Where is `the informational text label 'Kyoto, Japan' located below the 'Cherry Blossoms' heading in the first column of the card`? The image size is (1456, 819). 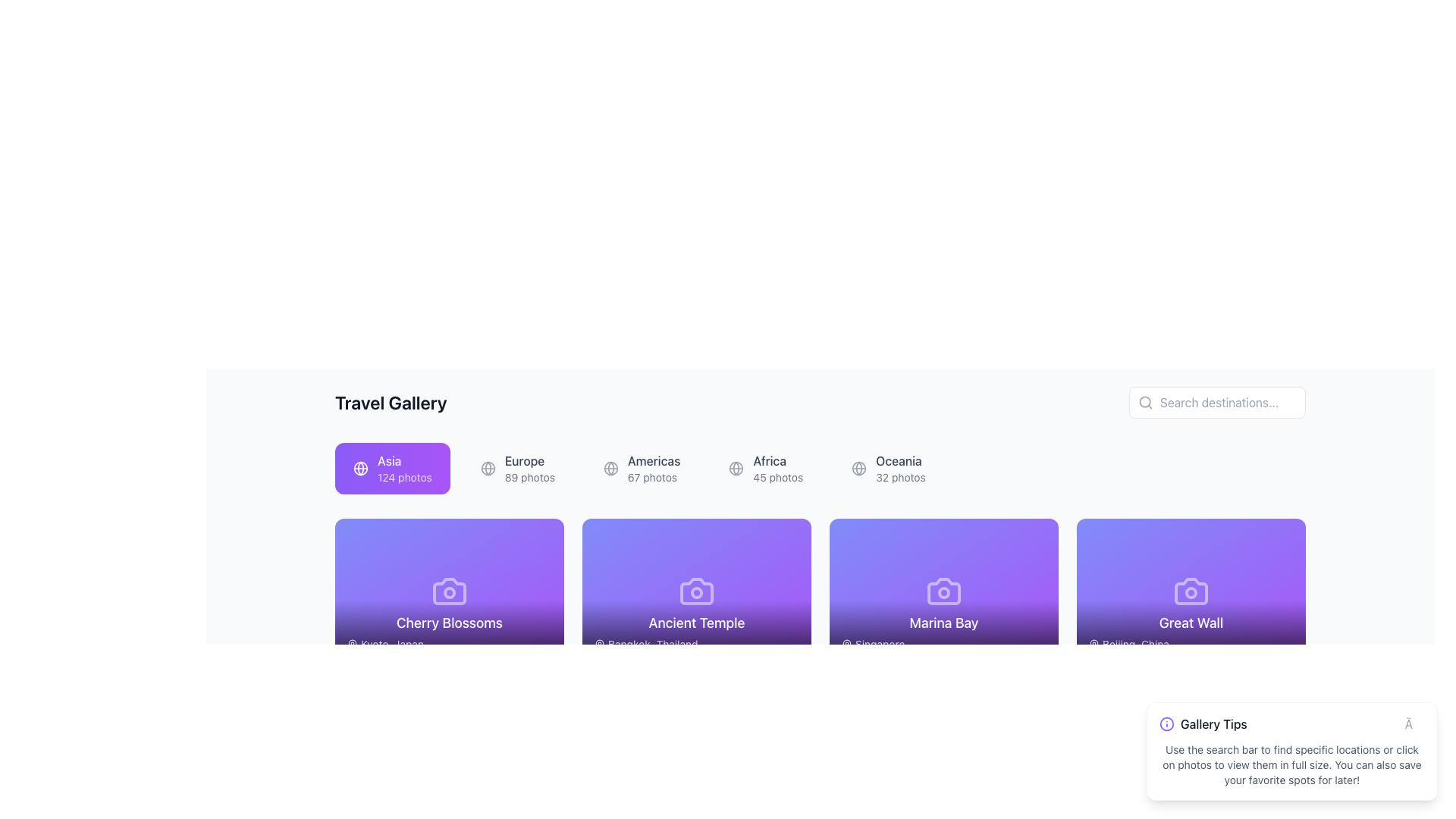
the informational text label 'Kyoto, Japan' located below the 'Cherry Blossoms' heading in the first column of the card is located at coordinates (449, 644).